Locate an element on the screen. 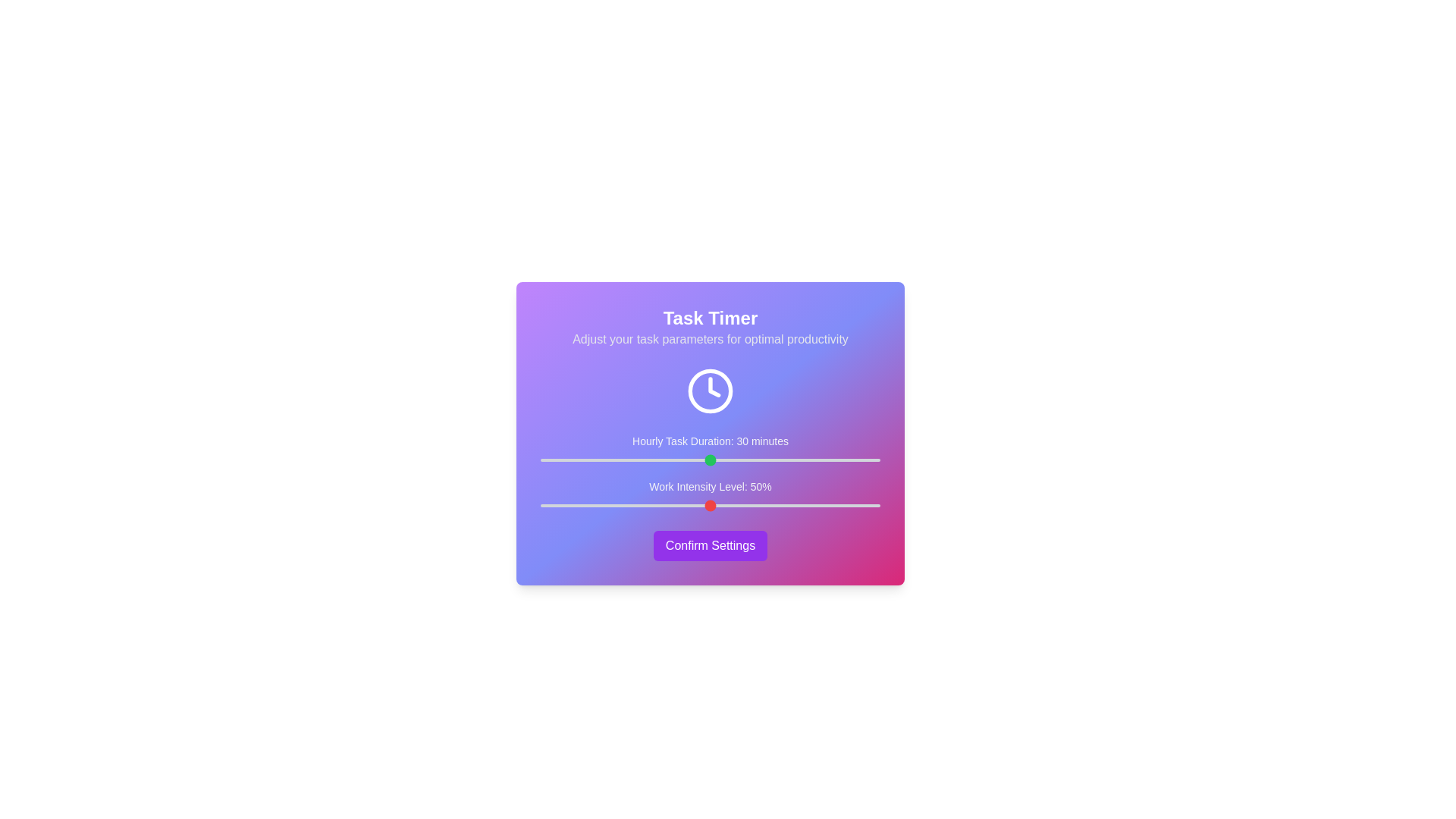 The width and height of the screenshot is (1456, 819). the 'Hourly Task Duration' slider to 30 minutes is located at coordinates (709, 459).